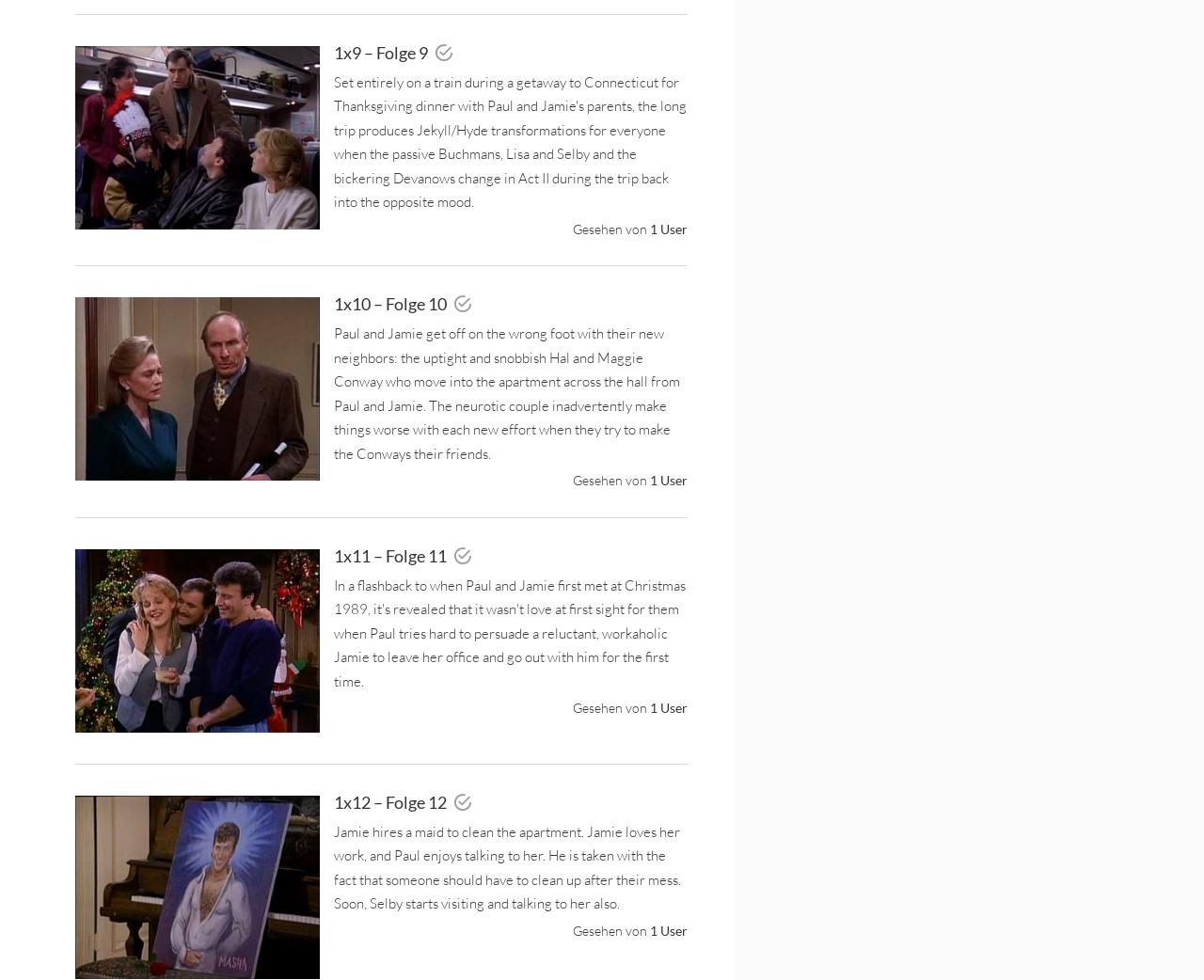 The width and height of the screenshot is (1204, 980). Describe the element at coordinates (390, 801) in the screenshot. I see `'1x12 – Folge 12'` at that location.